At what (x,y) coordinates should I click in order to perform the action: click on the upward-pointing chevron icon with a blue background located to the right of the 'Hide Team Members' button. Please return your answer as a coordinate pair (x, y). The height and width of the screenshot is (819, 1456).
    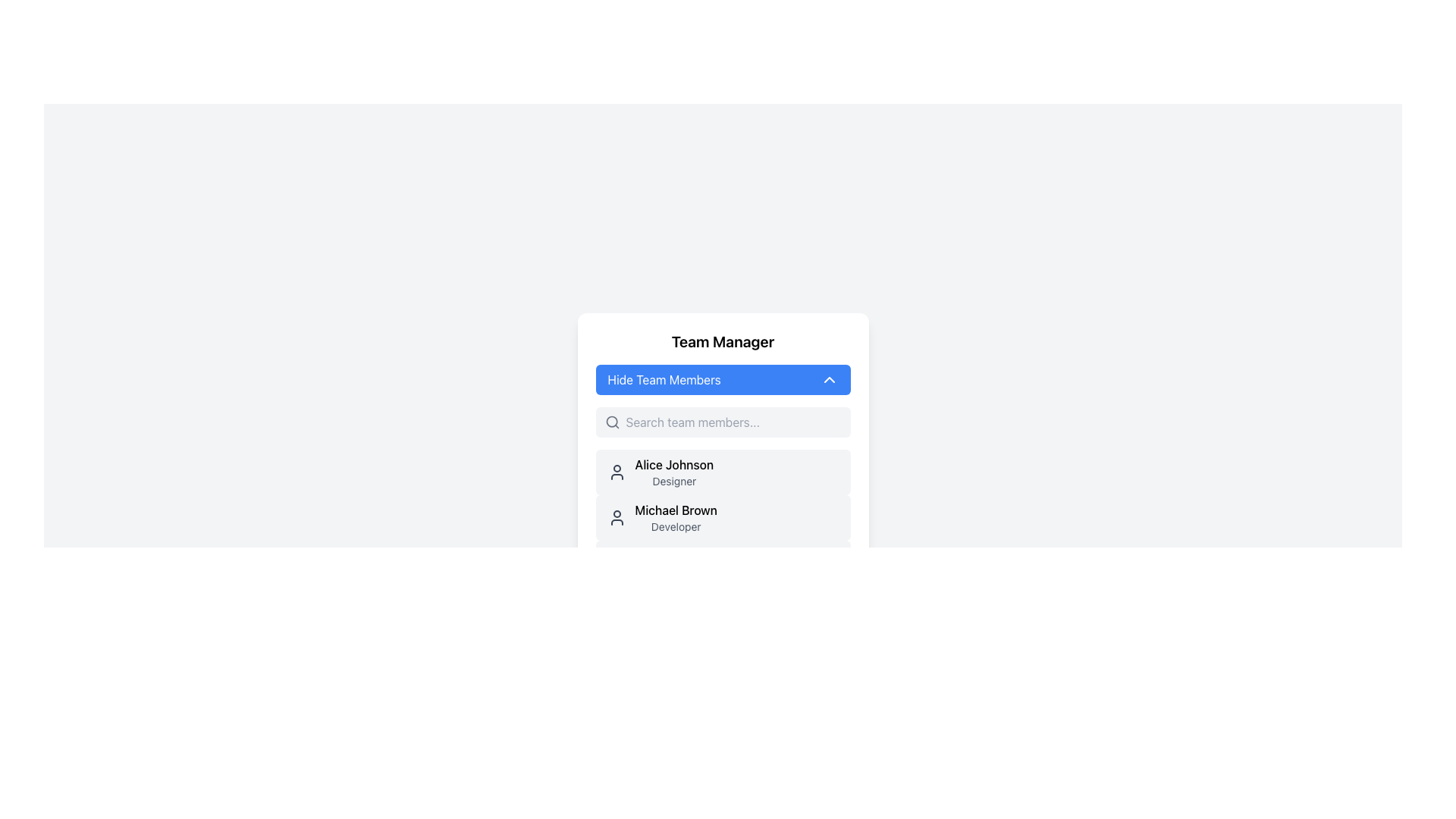
    Looking at the image, I should click on (828, 379).